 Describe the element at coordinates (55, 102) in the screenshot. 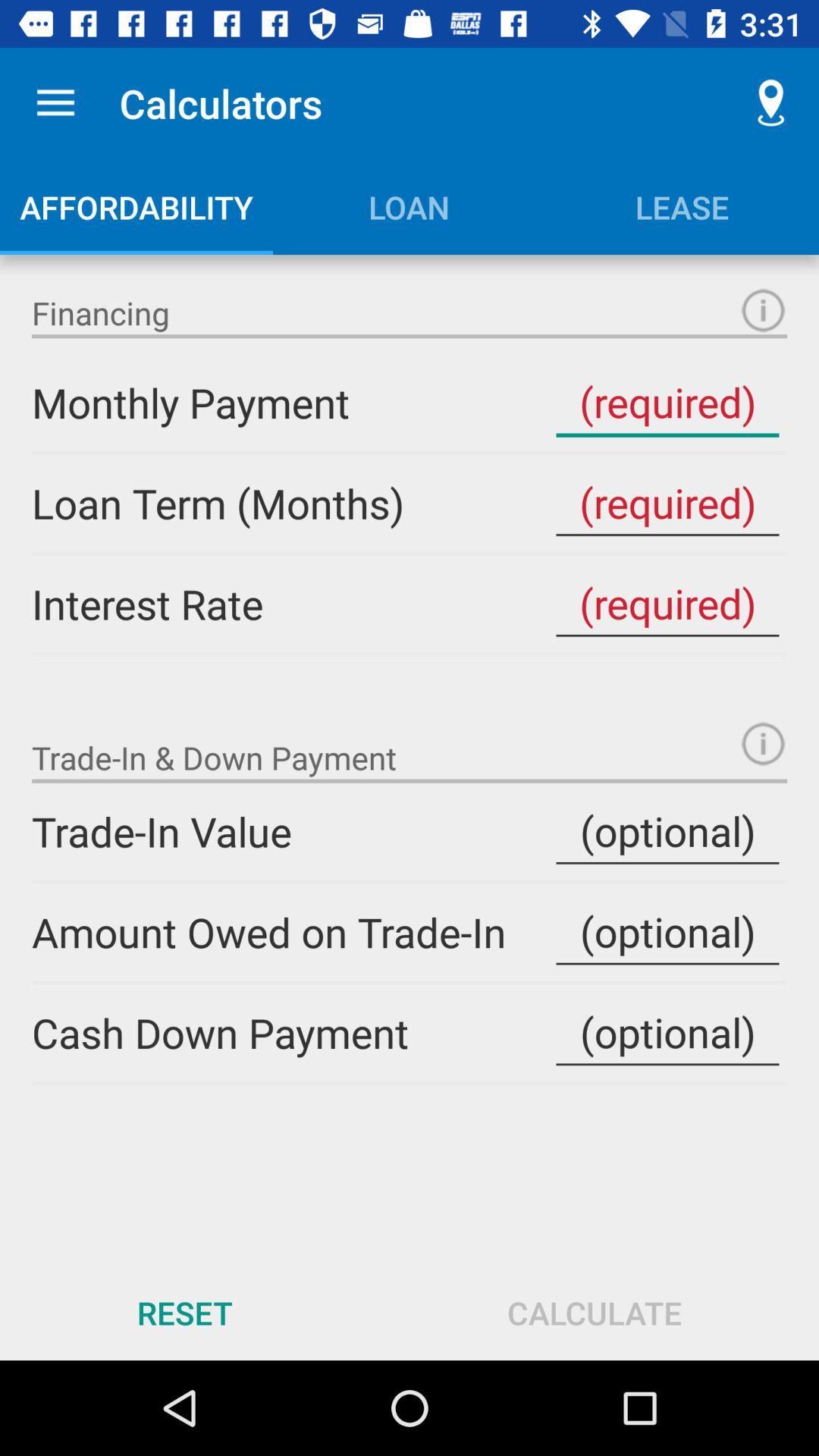

I see `item above affordability item` at that location.